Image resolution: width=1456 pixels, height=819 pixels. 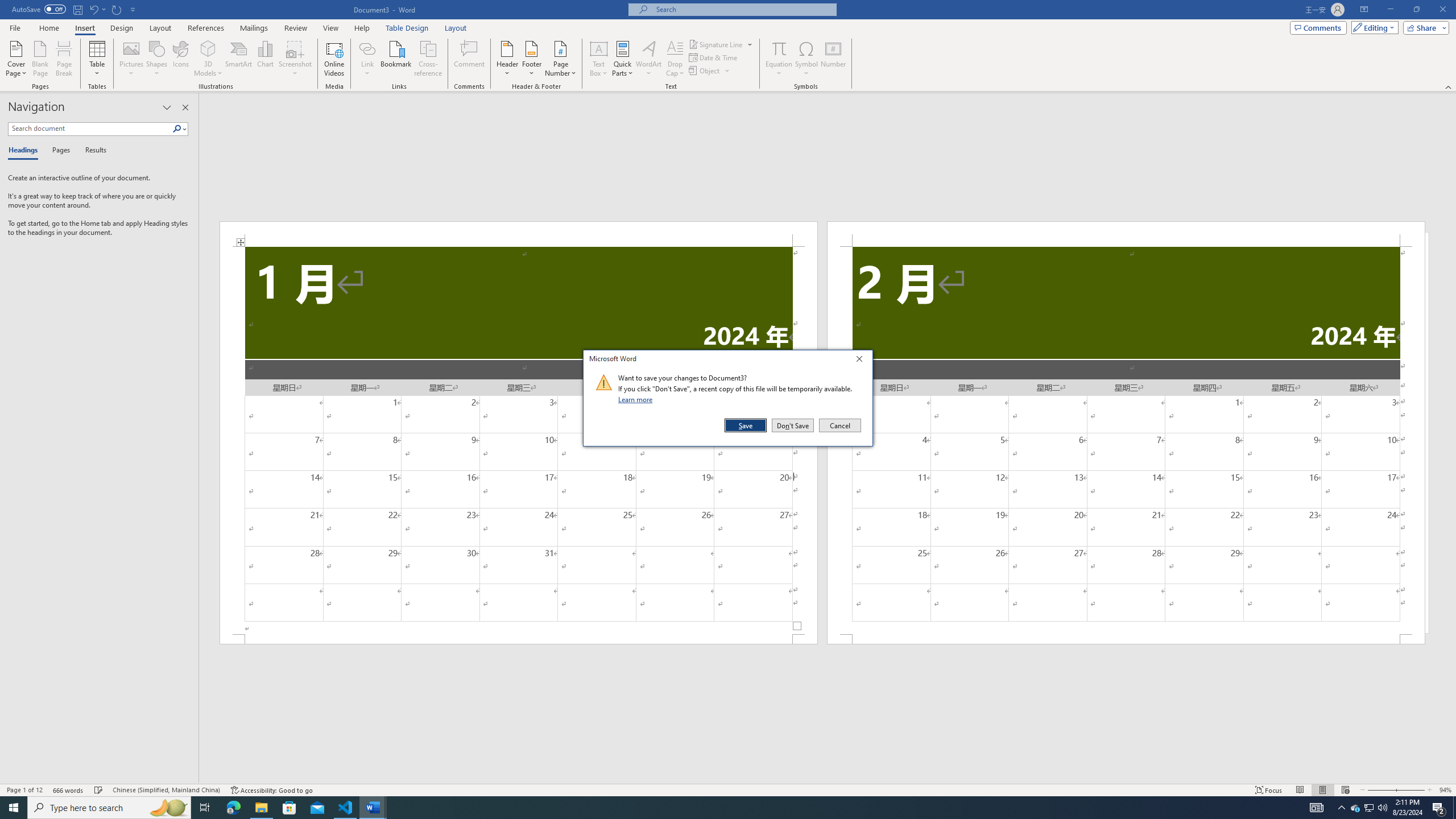 What do you see at coordinates (779, 68) in the screenshot?
I see `'More Options'` at bounding box center [779, 68].